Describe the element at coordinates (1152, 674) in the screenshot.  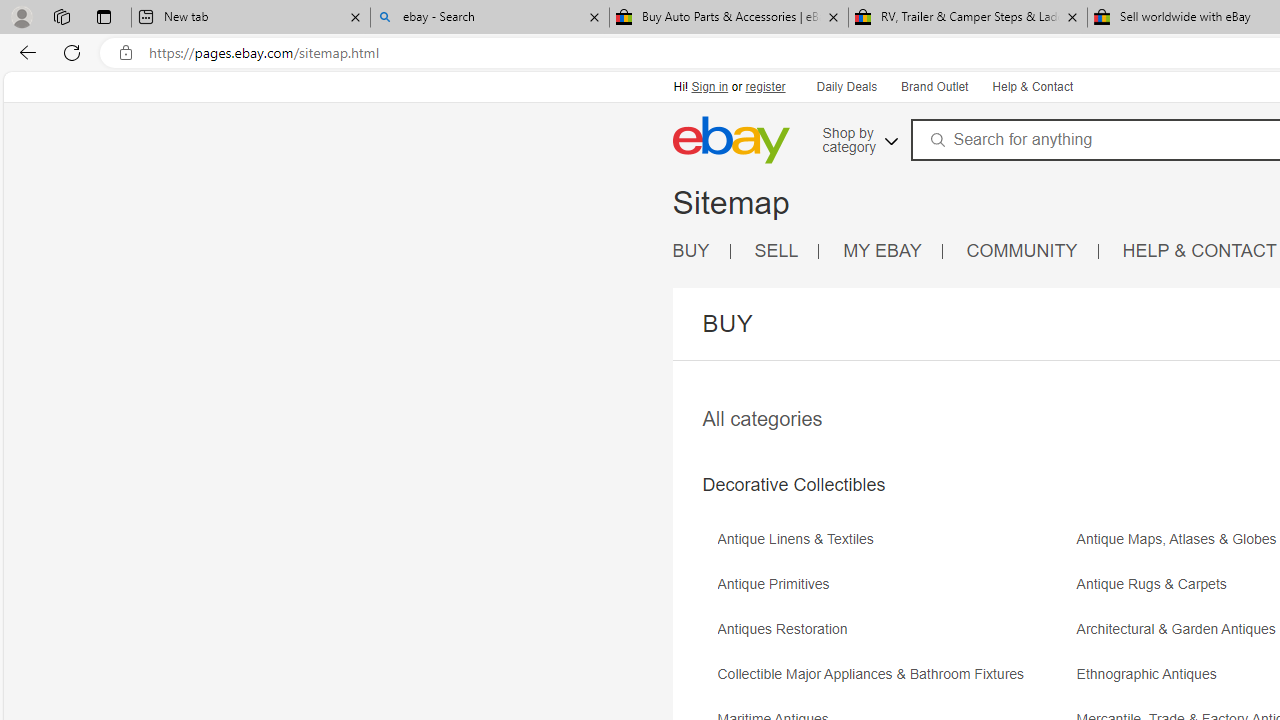
I see `'Ethnographic Antiques'` at that location.